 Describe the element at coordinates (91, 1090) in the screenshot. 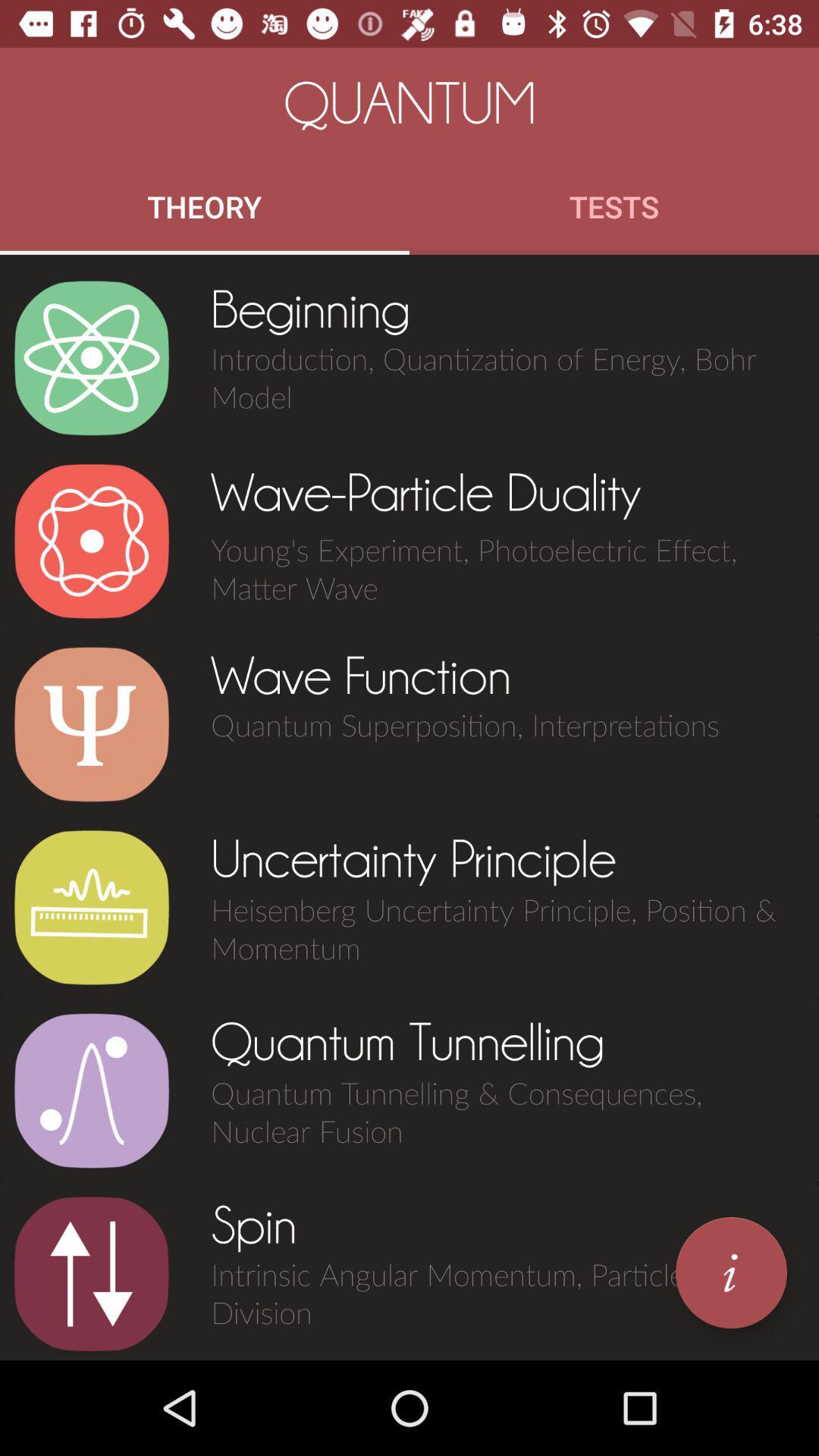

I see `item to the left of quantum tunnelling` at that location.